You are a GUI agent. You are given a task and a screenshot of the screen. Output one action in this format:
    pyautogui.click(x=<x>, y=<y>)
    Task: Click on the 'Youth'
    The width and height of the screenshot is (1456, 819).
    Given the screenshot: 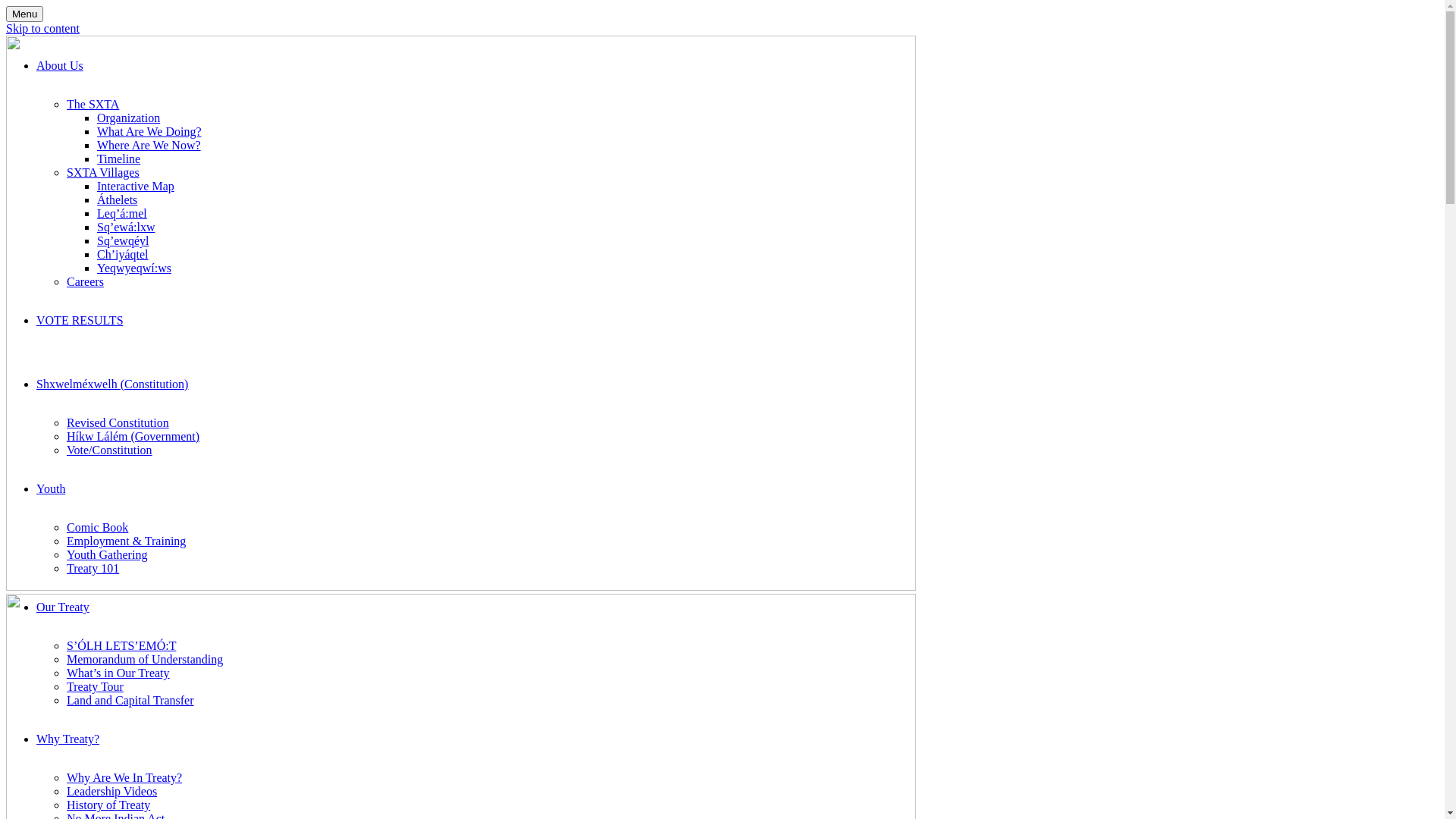 What is the action you would take?
    pyautogui.click(x=51, y=488)
    